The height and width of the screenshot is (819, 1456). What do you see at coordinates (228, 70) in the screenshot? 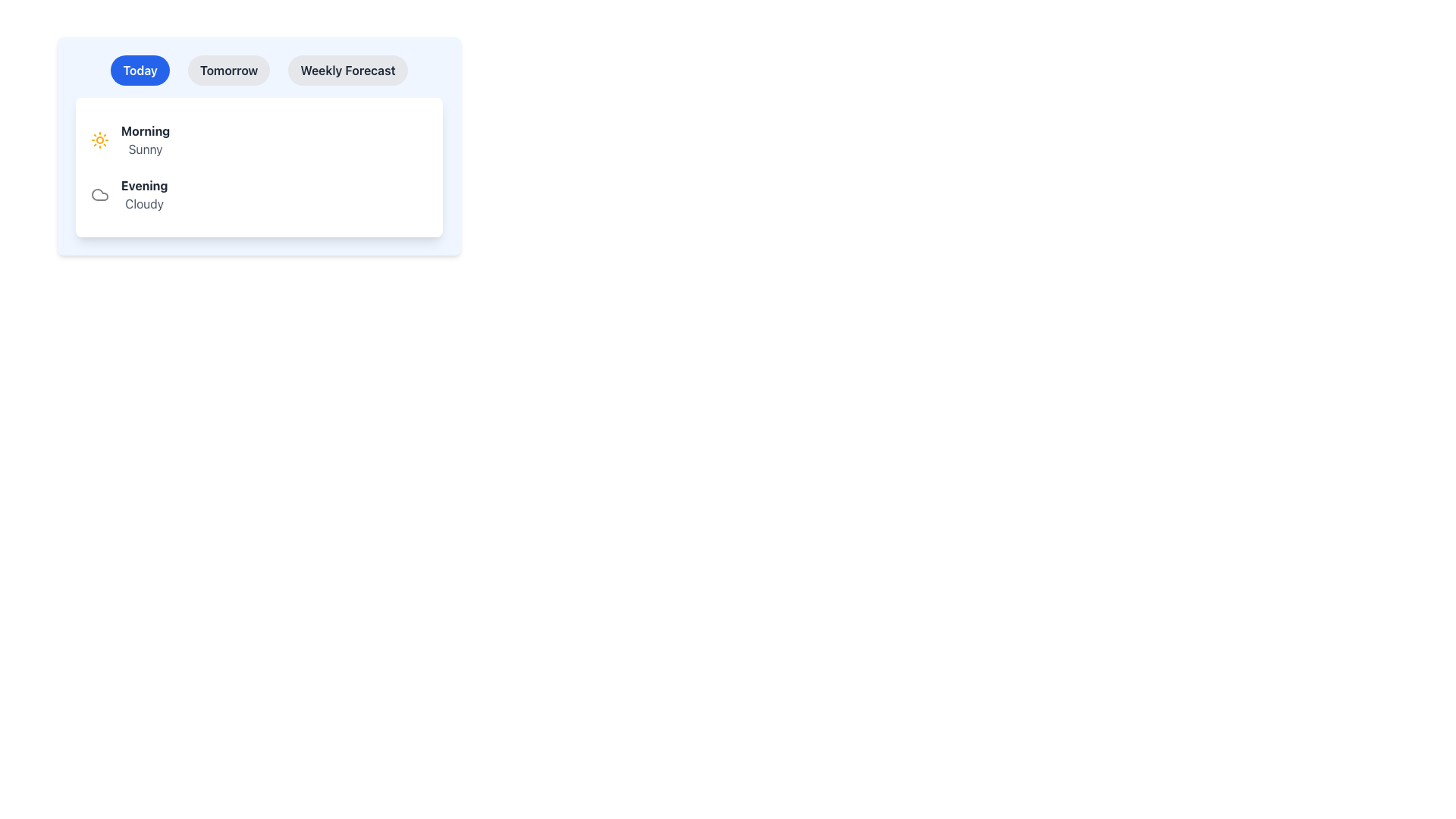
I see `the second button in the horizontal alignment, which is used` at bounding box center [228, 70].